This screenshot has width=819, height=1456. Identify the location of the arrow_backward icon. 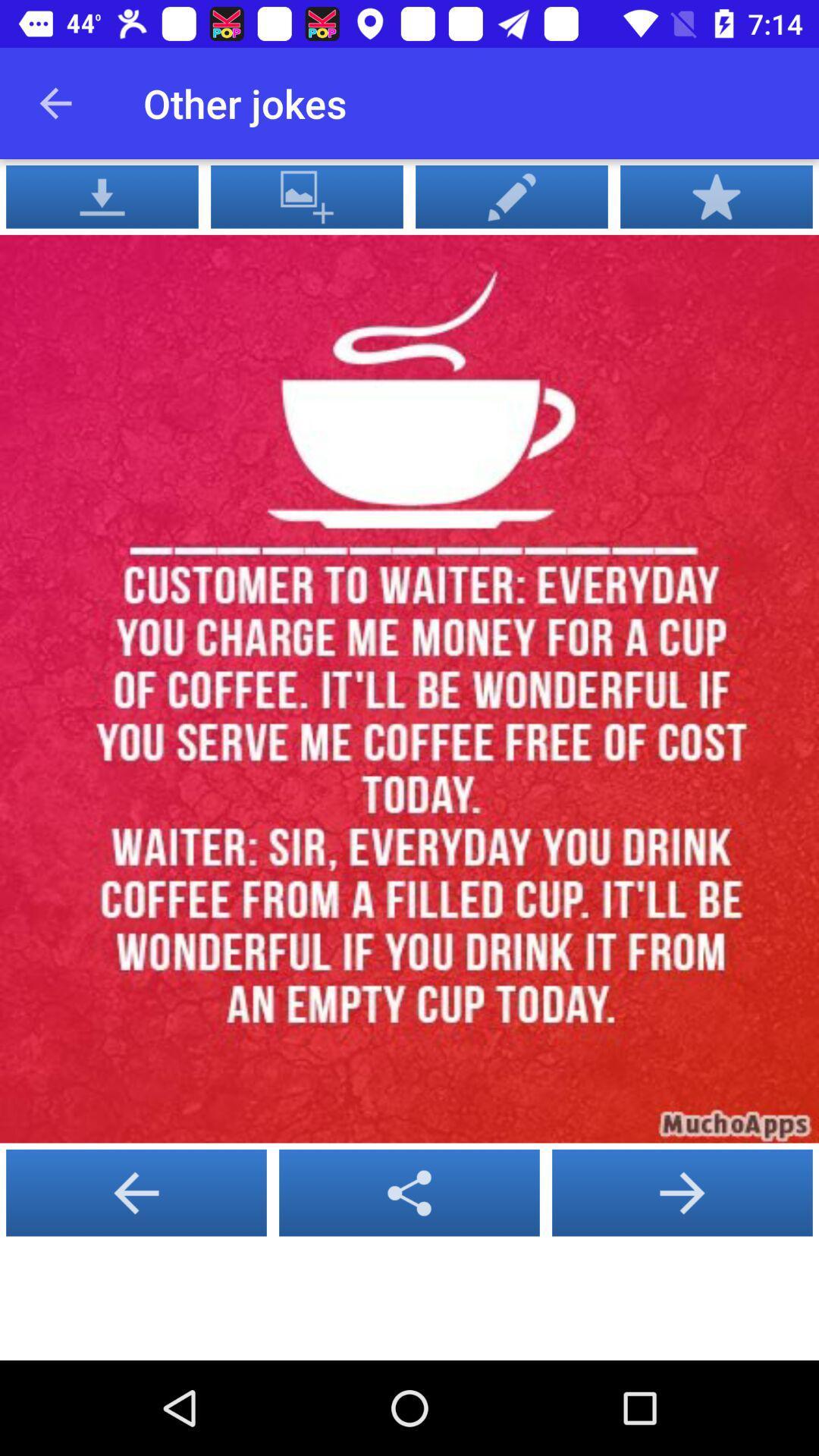
(409, 1192).